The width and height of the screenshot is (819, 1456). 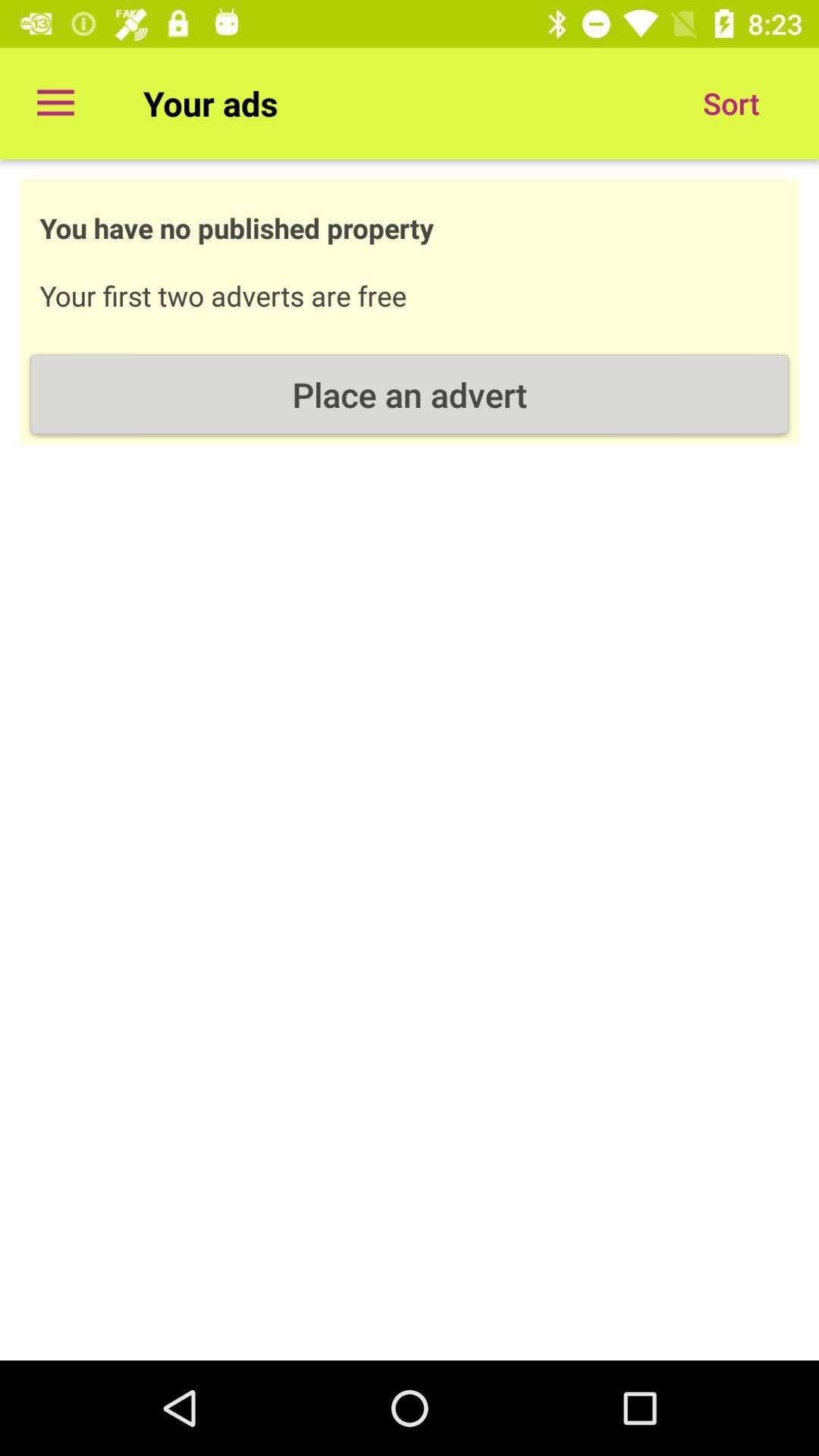 I want to click on the item next to your ads item, so click(x=730, y=102).